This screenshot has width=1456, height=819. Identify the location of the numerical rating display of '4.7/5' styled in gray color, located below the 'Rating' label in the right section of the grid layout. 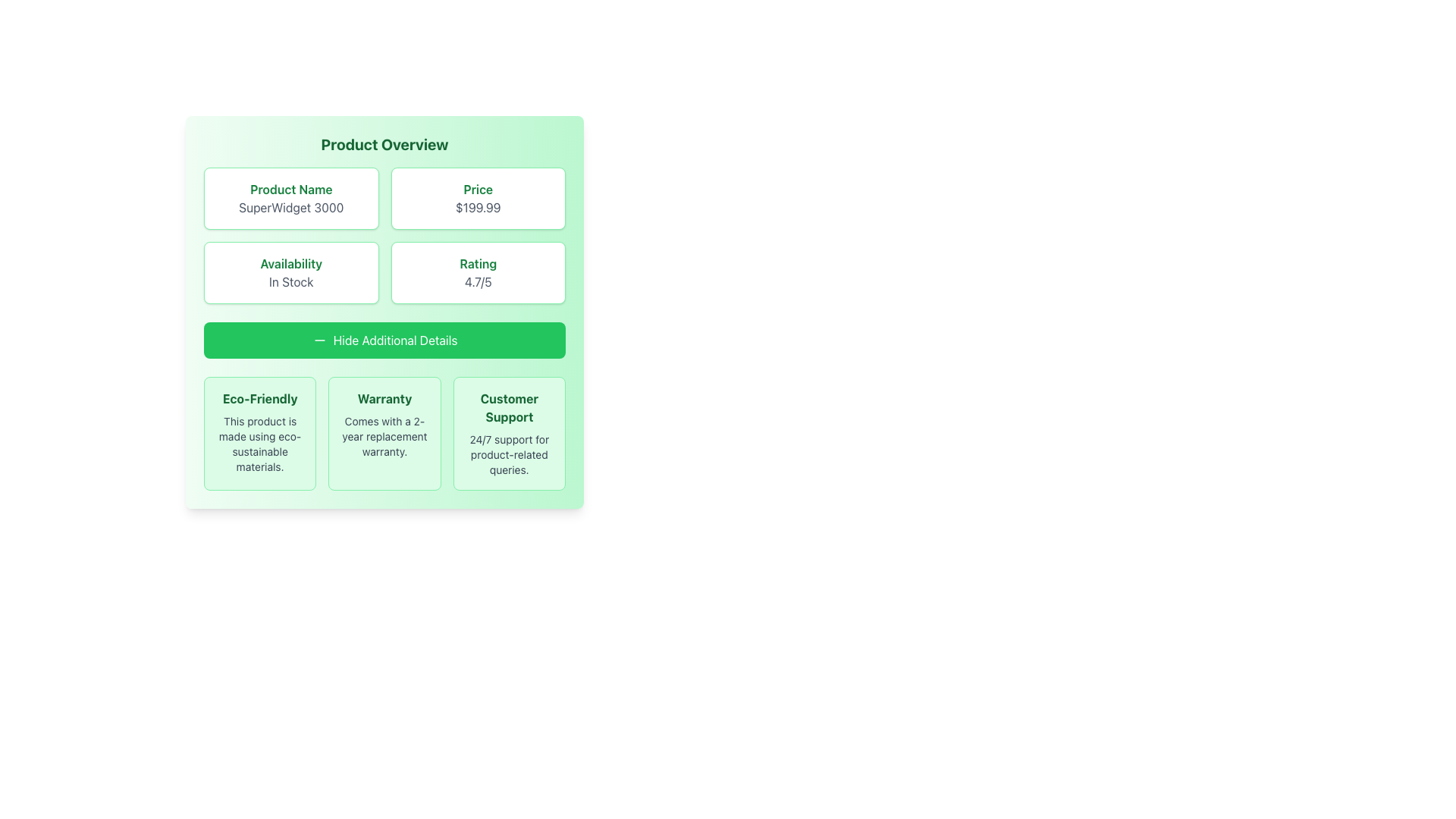
(477, 281).